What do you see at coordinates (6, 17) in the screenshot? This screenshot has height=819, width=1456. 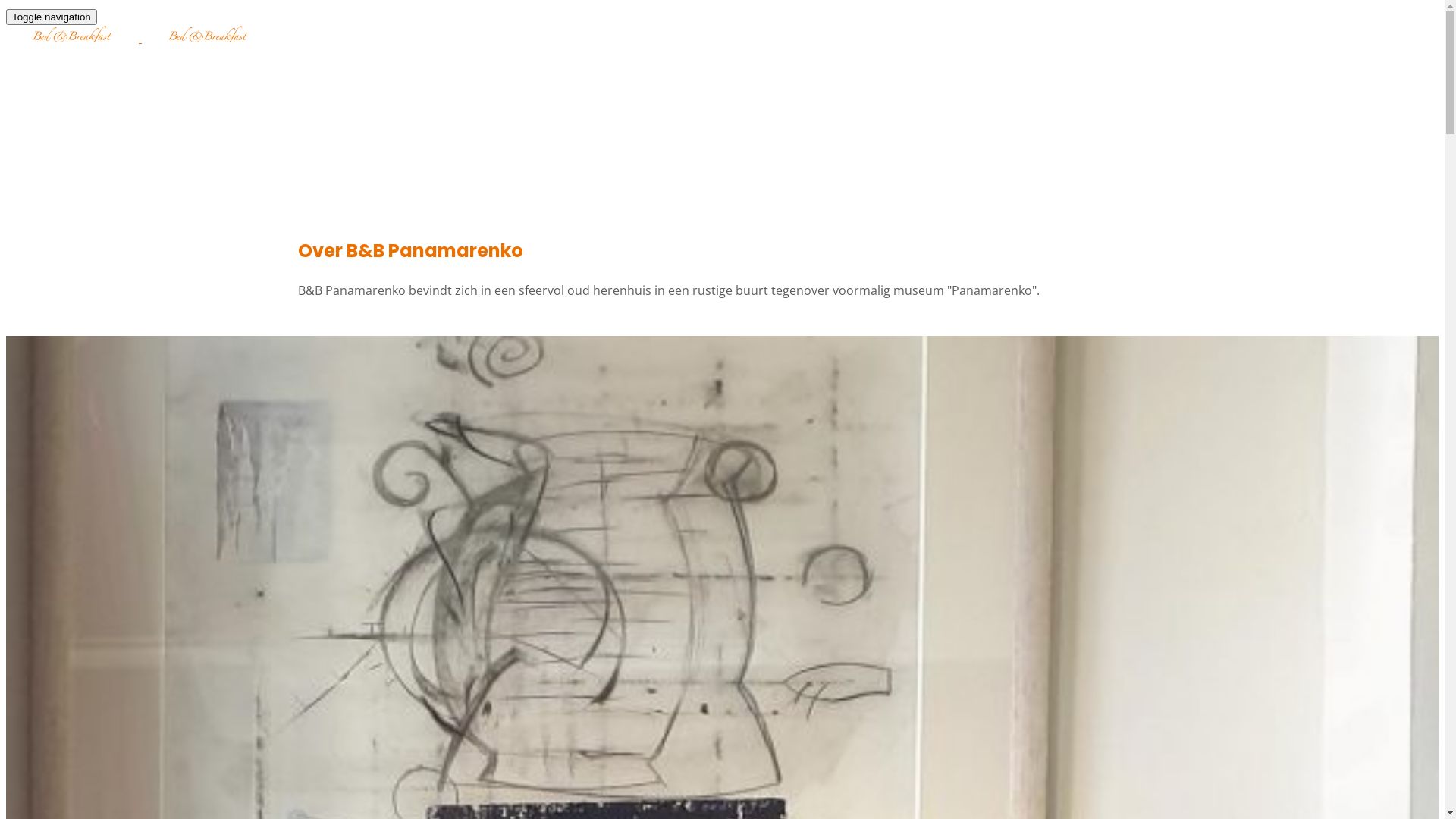 I see `'Toggle navigation'` at bounding box center [6, 17].